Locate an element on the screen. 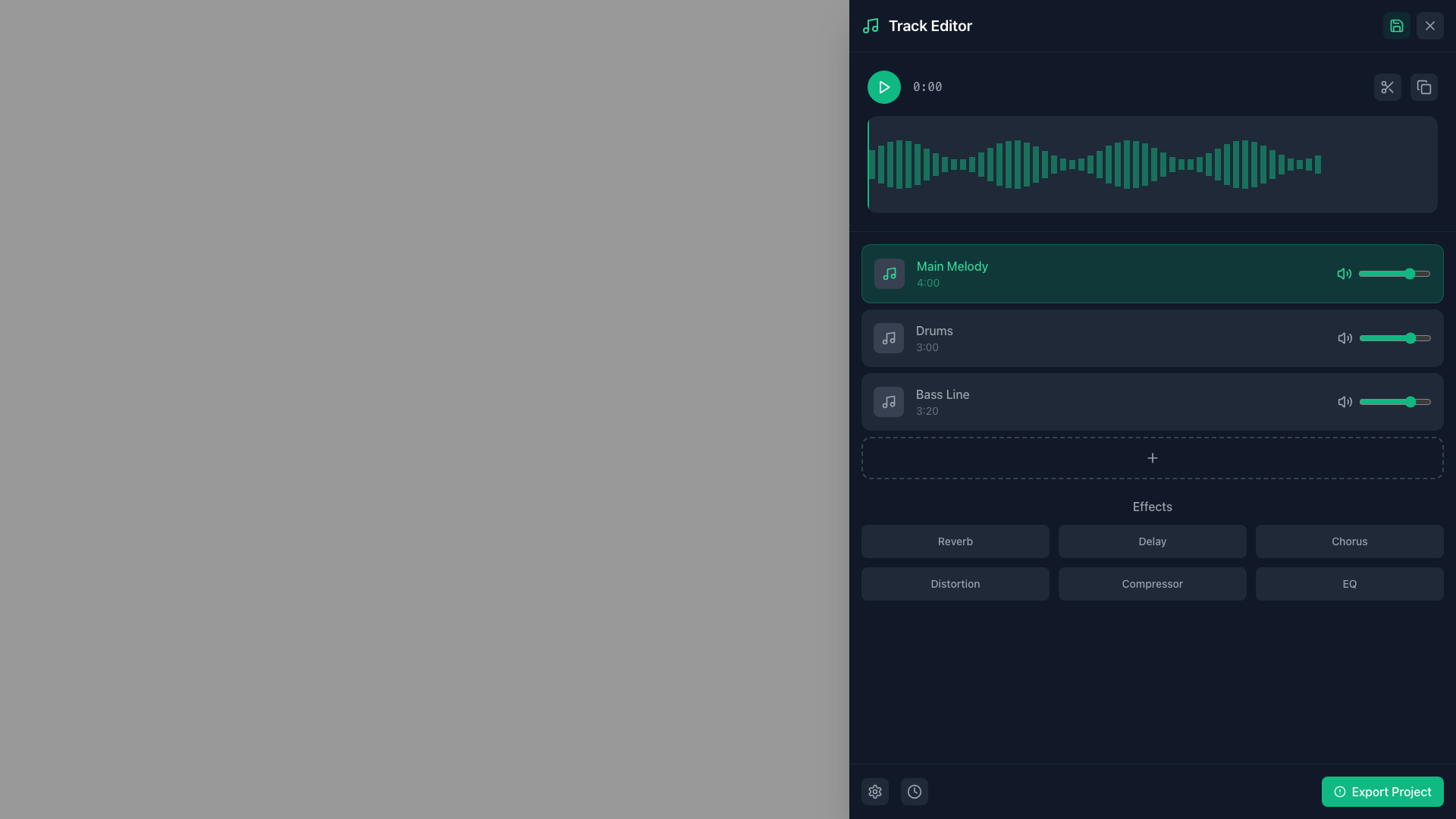 Image resolution: width=1456 pixels, height=819 pixels. the 19th bar in the waveform data visualization is located at coordinates (1035, 164).